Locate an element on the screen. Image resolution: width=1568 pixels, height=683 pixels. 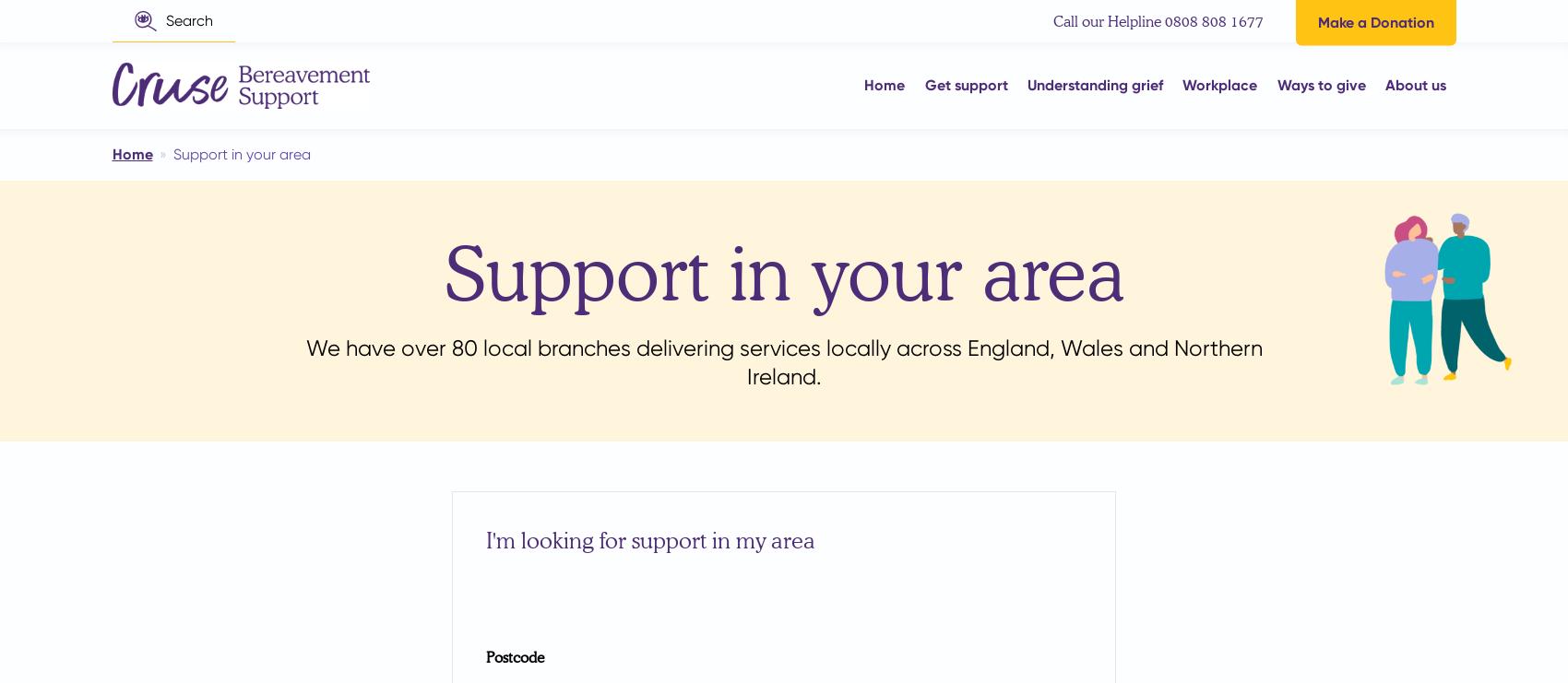
'Ways to give' is located at coordinates (1320, 84).